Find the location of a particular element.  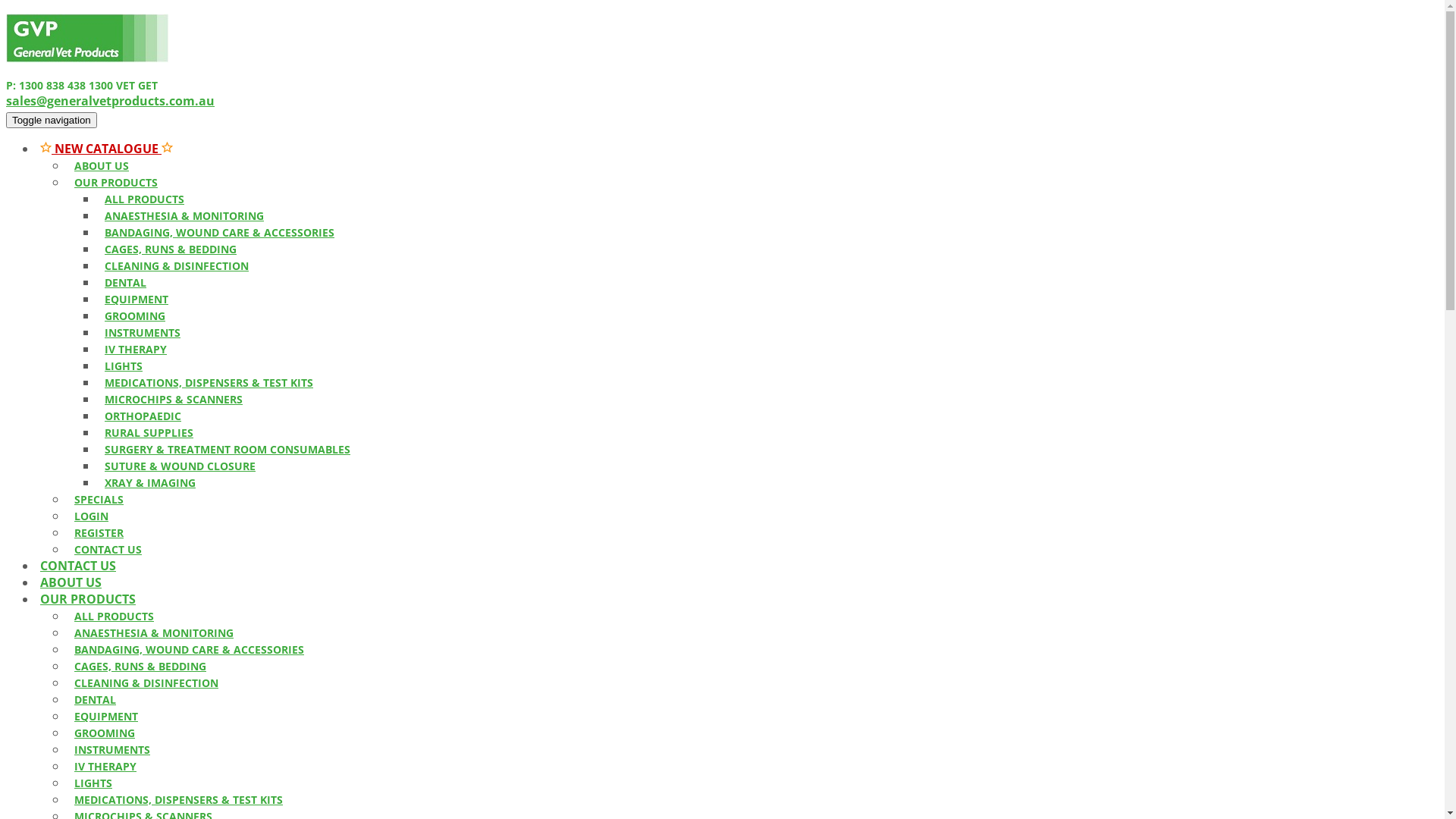

'RURAL SUPPLIES' is located at coordinates (96, 432).